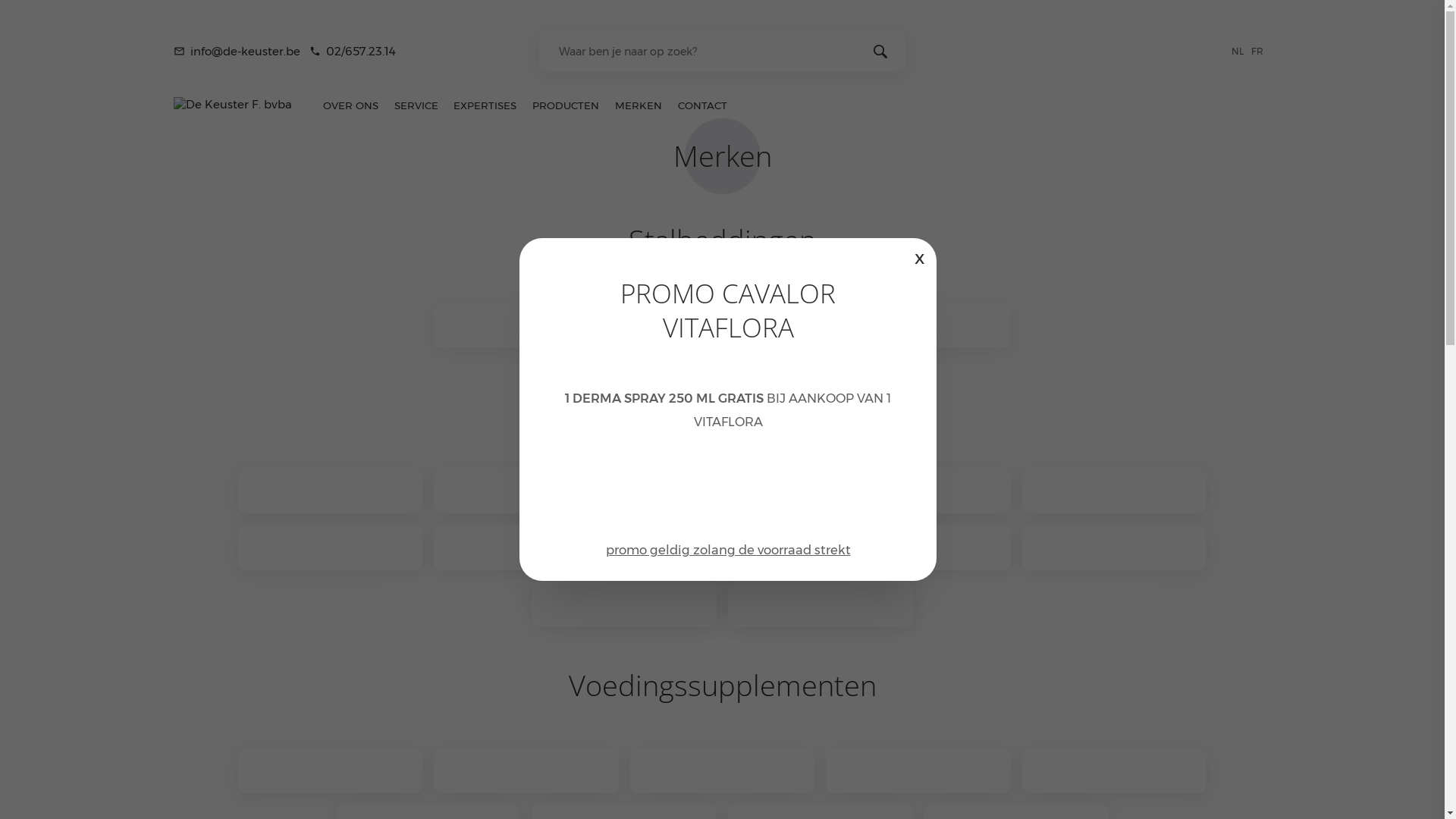 This screenshot has height=819, width=1456. Describe the element at coordinates (1241, 49) in the screenshot. I see `'NL'` at that location.